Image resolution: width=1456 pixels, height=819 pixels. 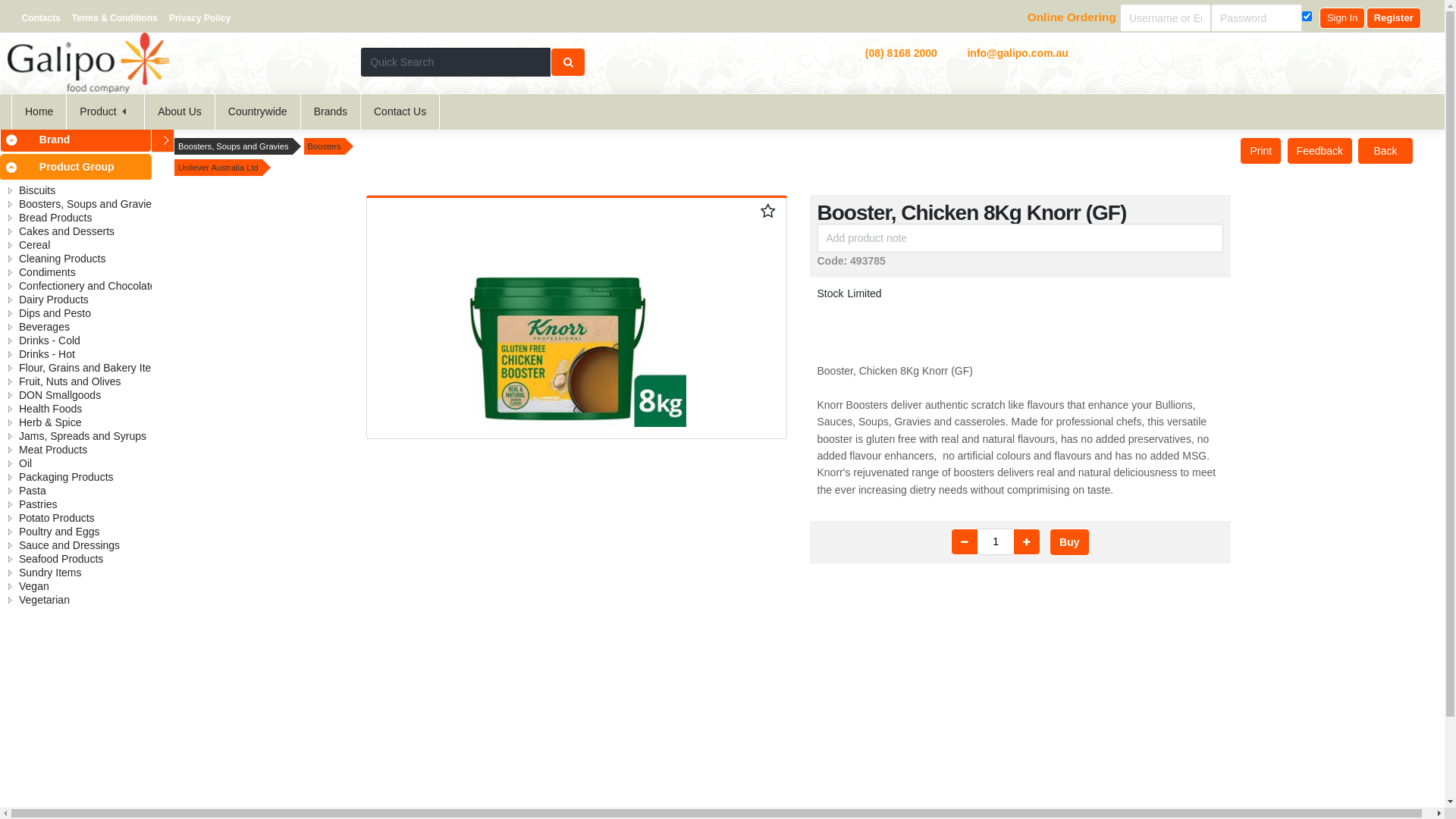 I want to click on 'Contact Us', so click(x=359, y=110).